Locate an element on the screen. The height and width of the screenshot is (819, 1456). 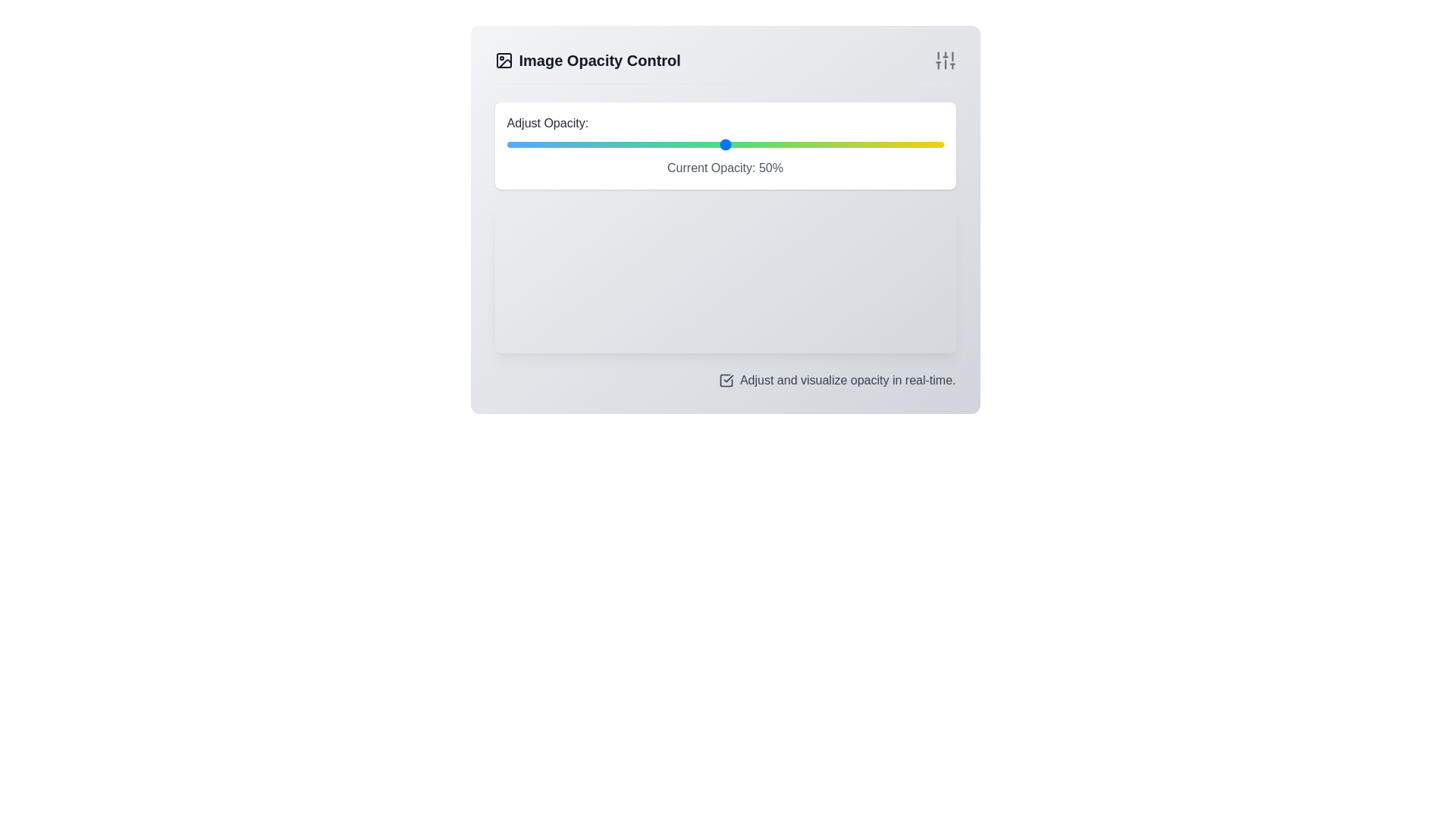
the opacity is located at coordinates (869, 145).